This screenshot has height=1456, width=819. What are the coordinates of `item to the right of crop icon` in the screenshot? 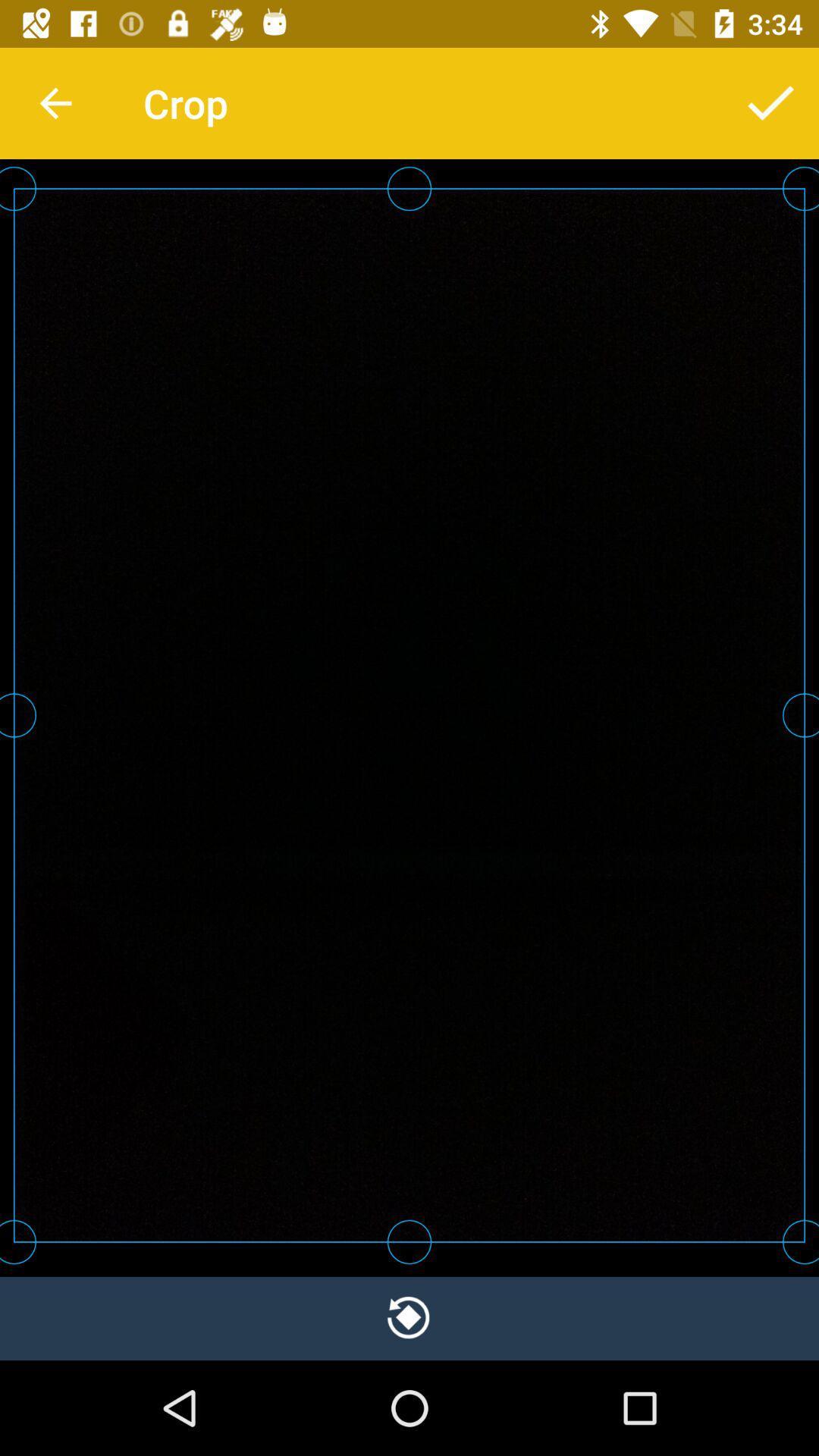 It's located at (771, 102).